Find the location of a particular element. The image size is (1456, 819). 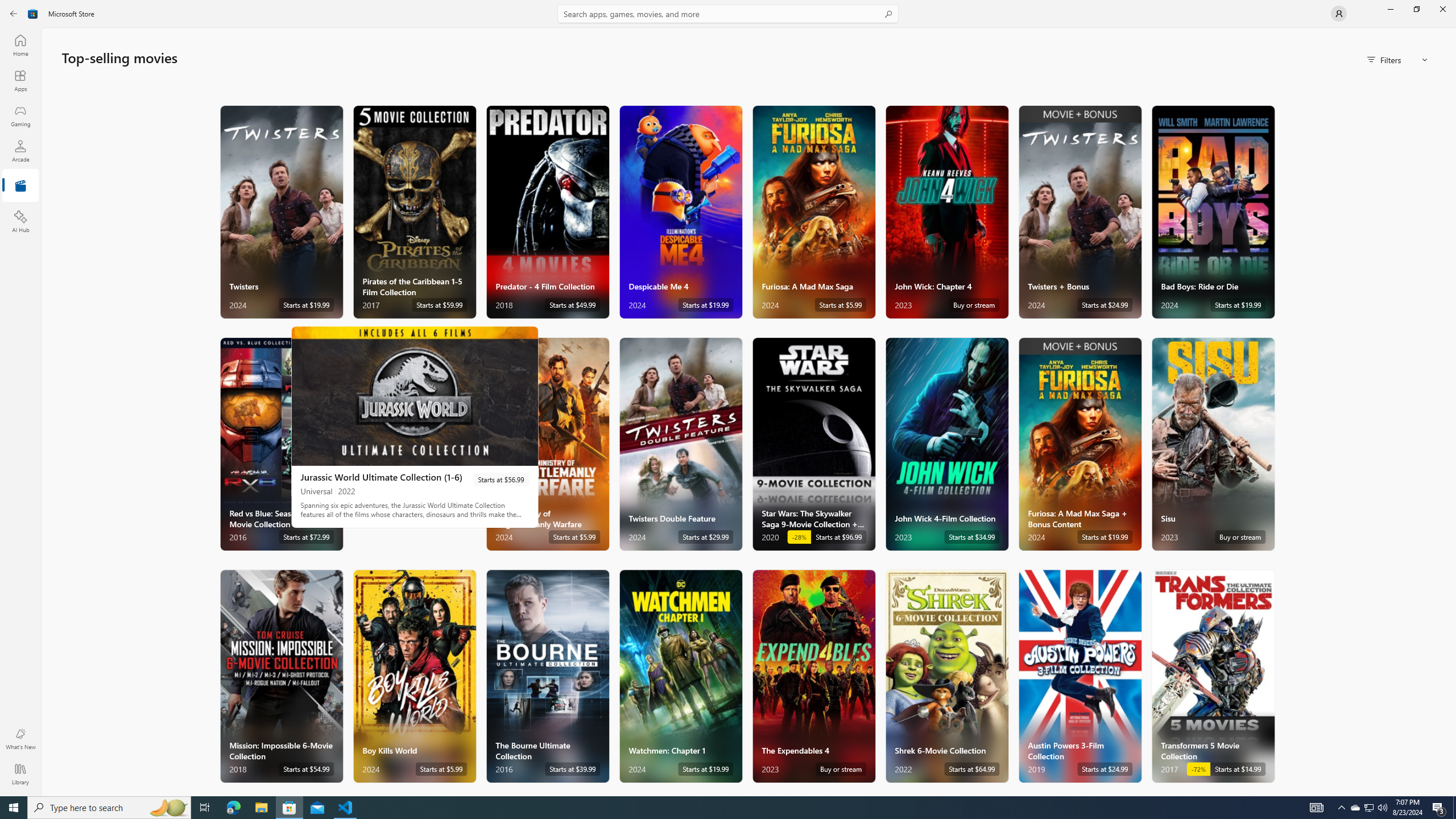

'Filters' is located at coordinates (1397, 59).